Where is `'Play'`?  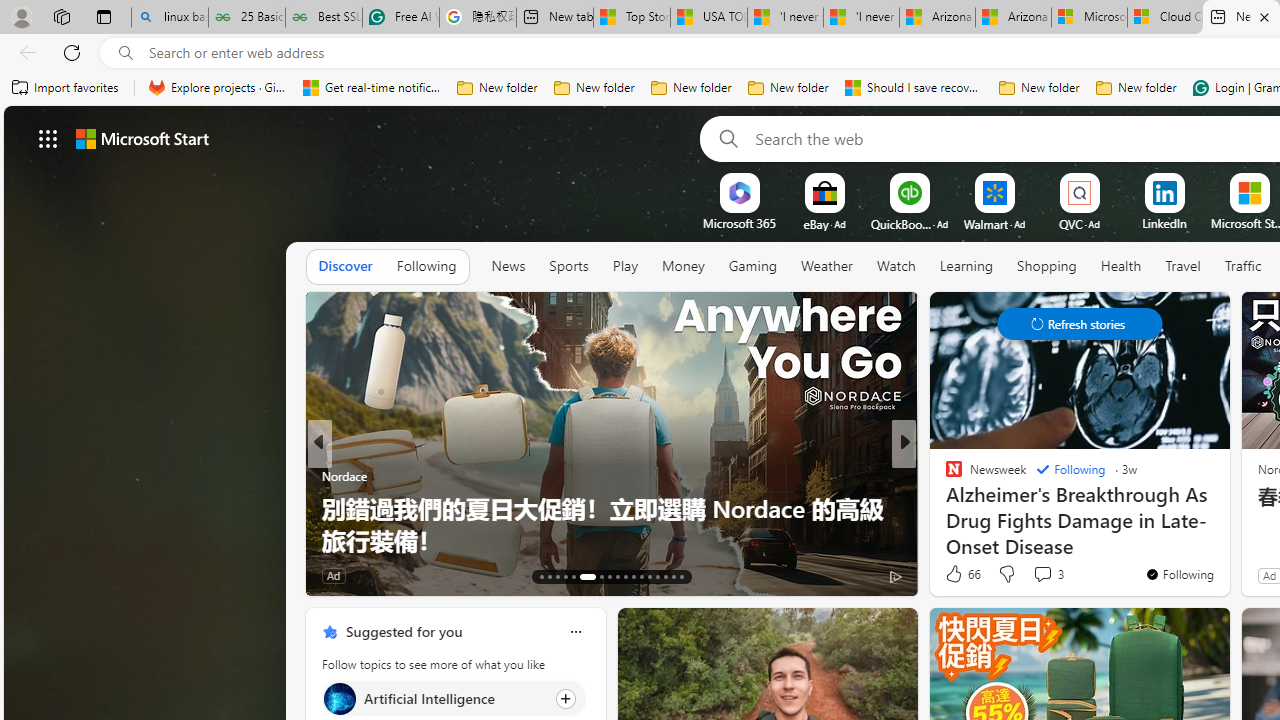 'Play' is located at coordinates (624, 266).